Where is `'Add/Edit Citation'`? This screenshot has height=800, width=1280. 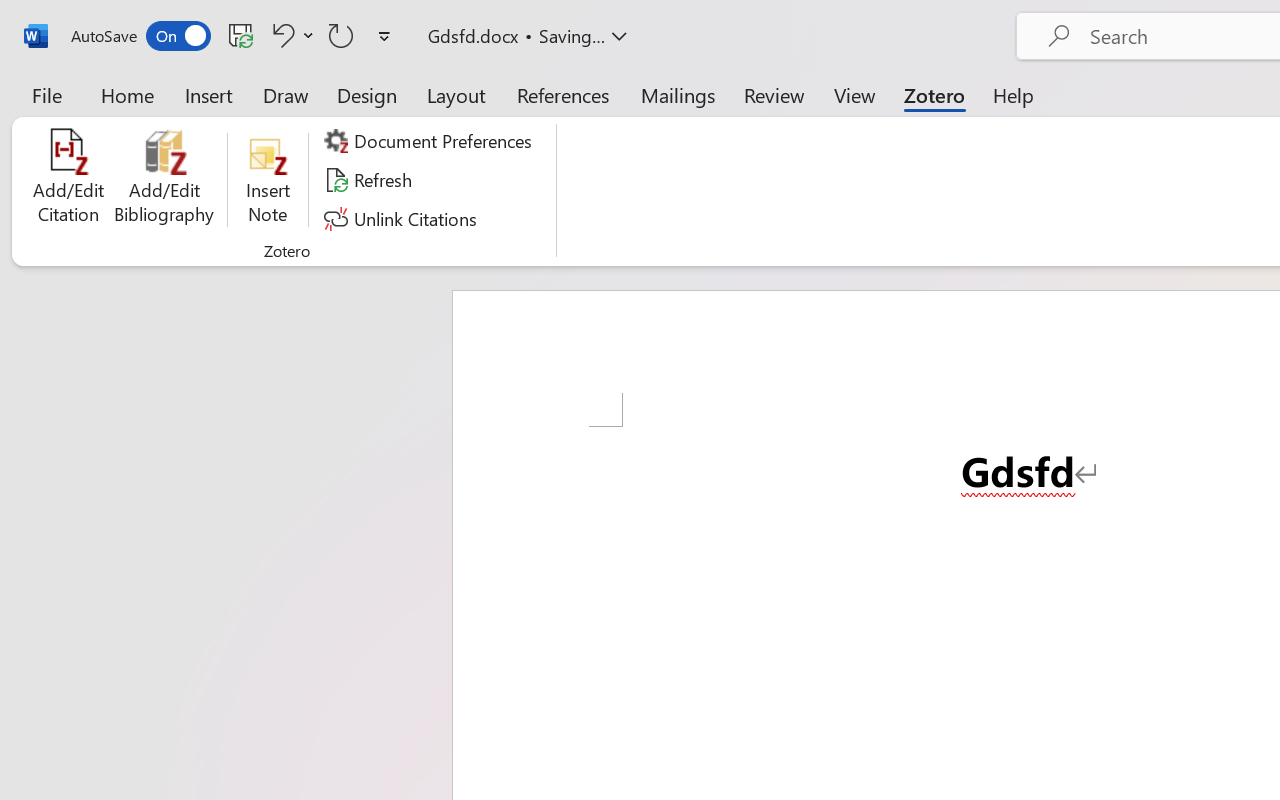 'Add/Edit Citation' is located at coordinates (68, 179).